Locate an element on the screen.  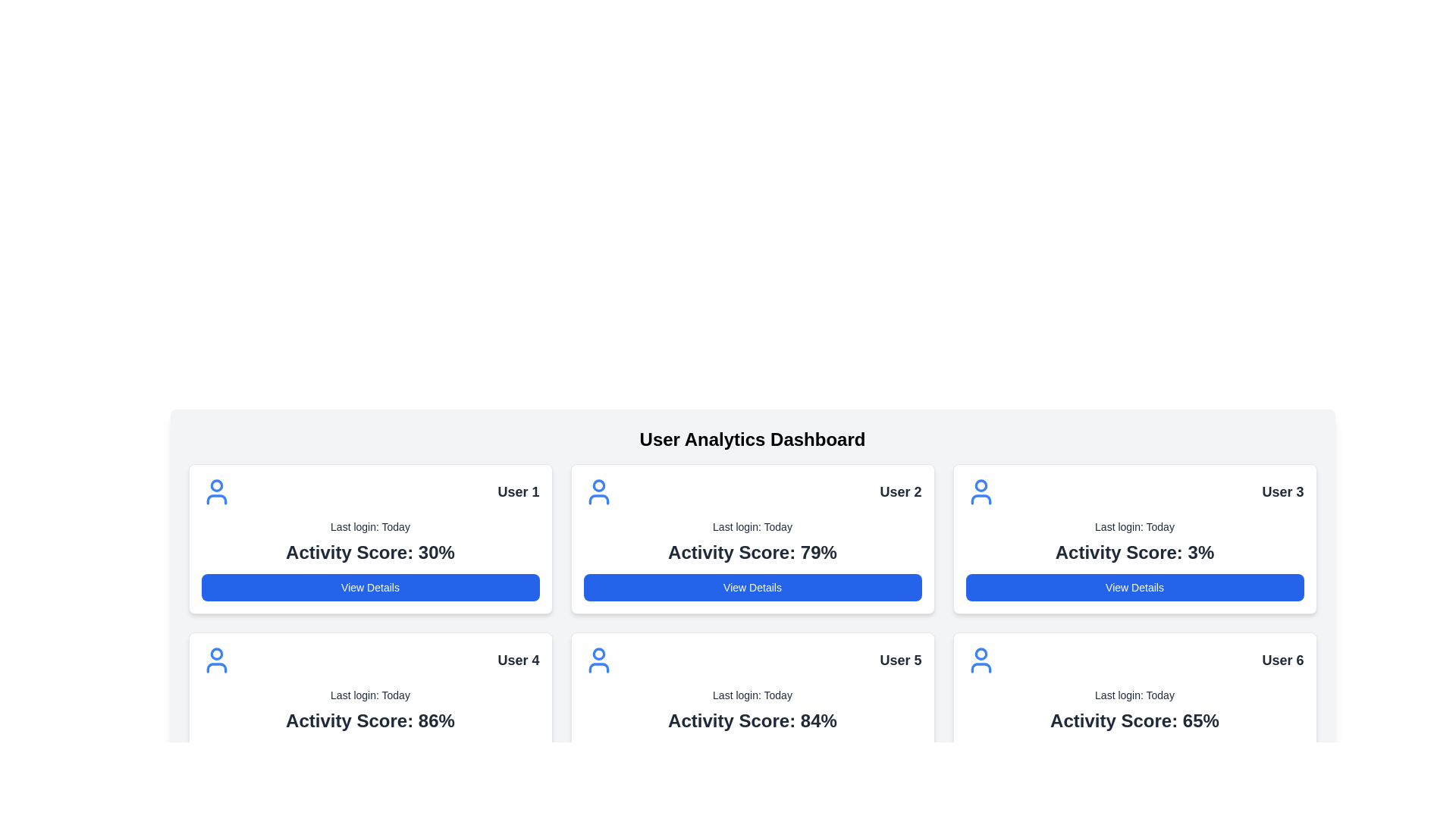
the Information Card displaying details for 'User 2', which is the second card in the first row of a grid layout is located at coordinates (752, 538).